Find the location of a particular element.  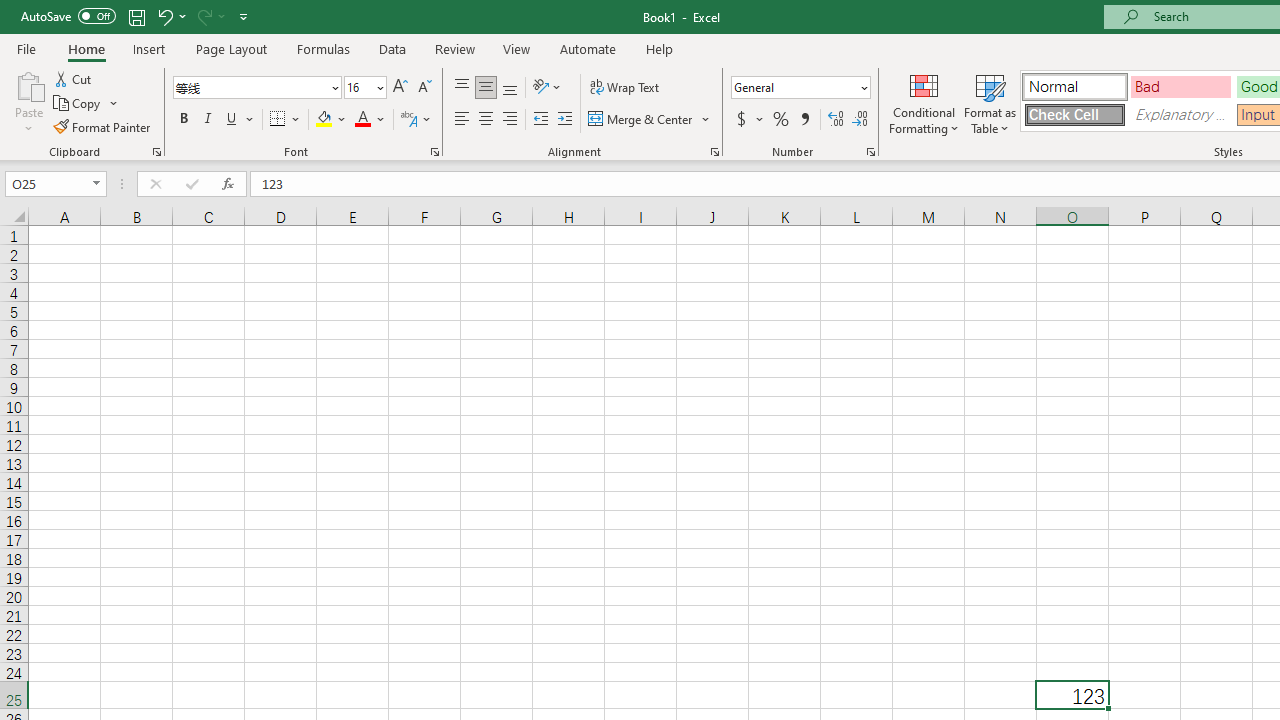

'Format Cell Alignment' is located at coordinates (714, 150).